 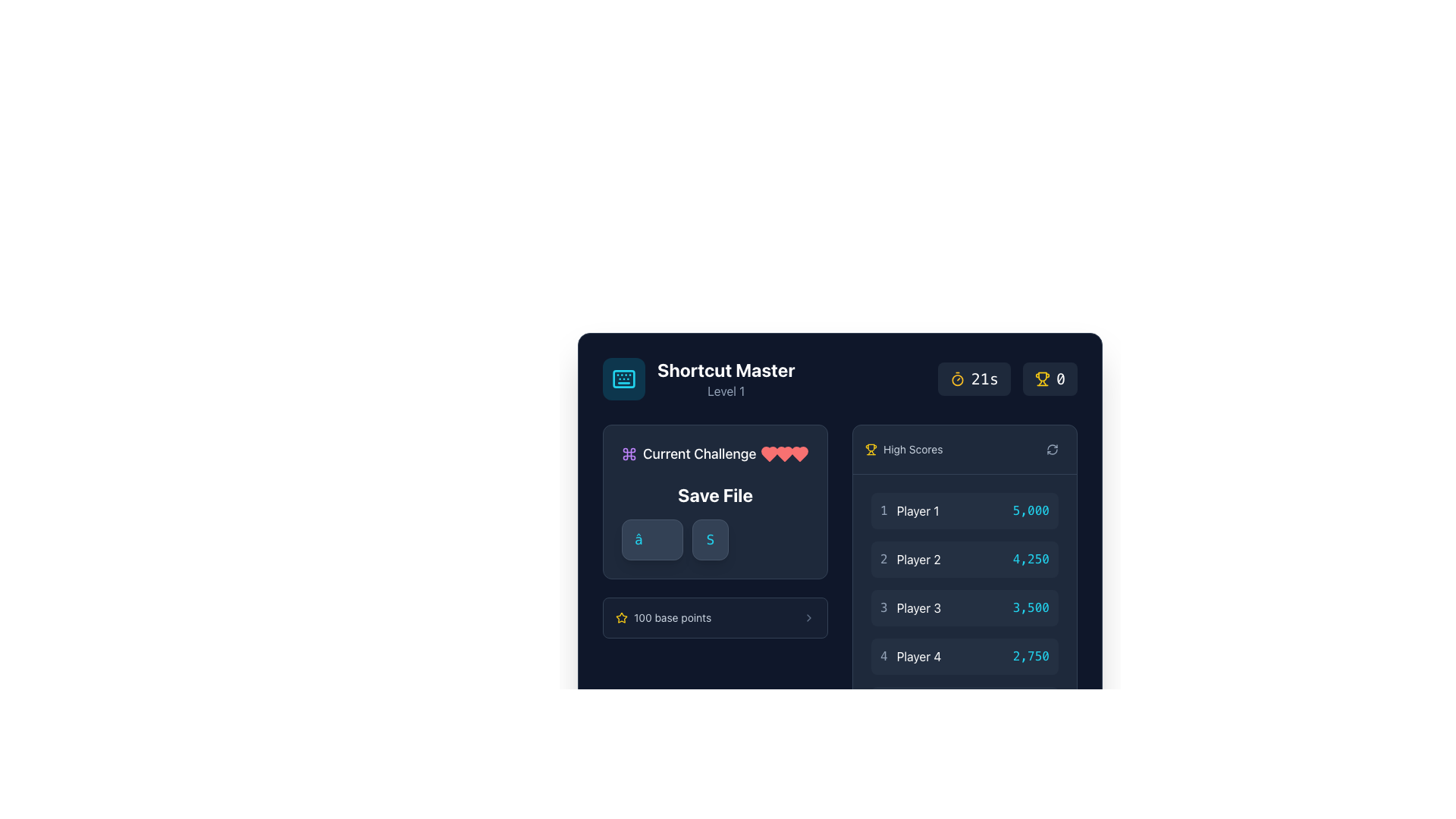 I want to click on the button representing the action or keyboard shortcut related to the letter 'S', which is positioned to the right of the button labeled '⌘' and located beneath the 'Save File' label, so click(x=709, y=539).